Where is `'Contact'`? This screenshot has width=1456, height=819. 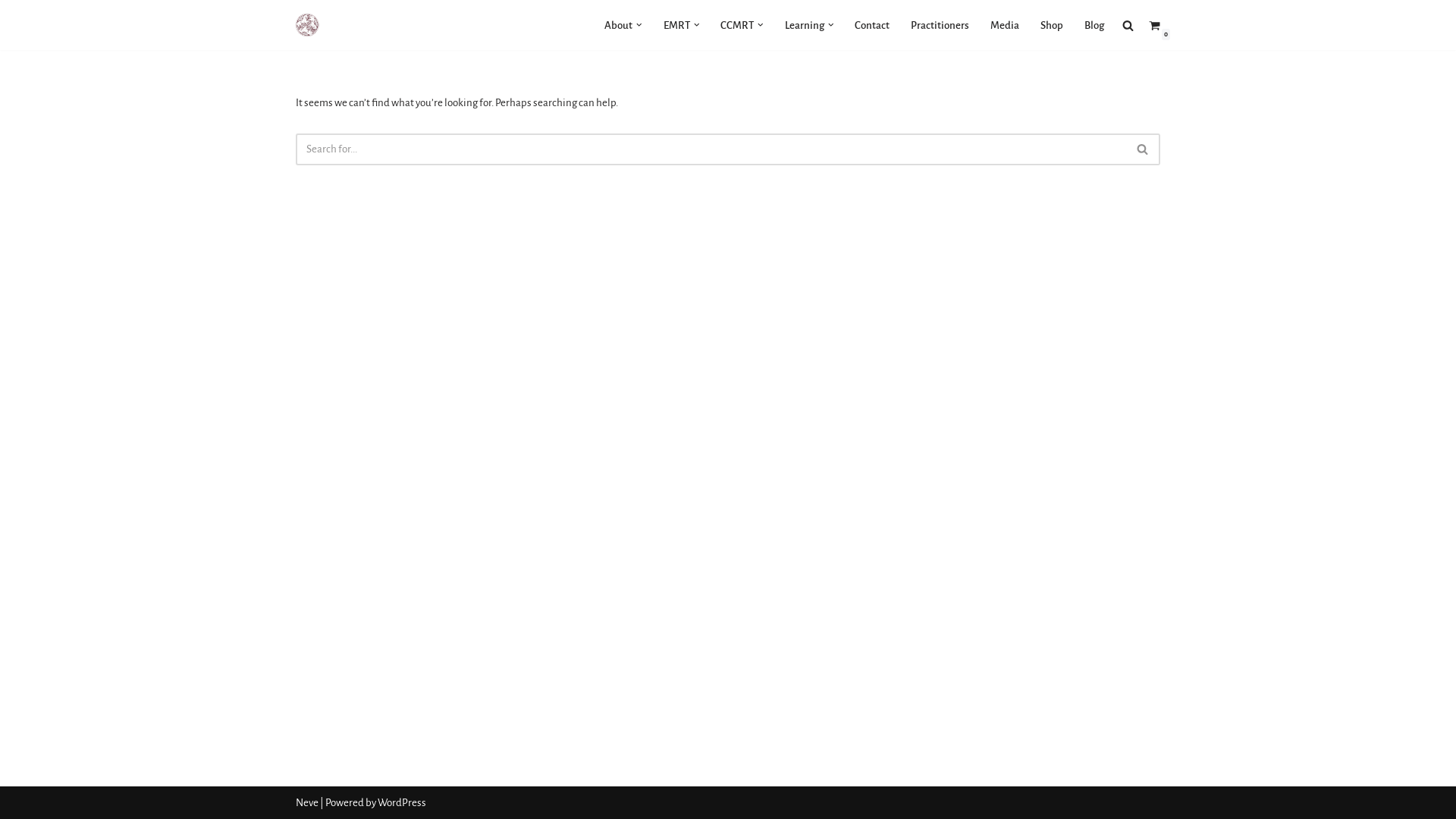 'Contact' is located at coordinates (872, 24).